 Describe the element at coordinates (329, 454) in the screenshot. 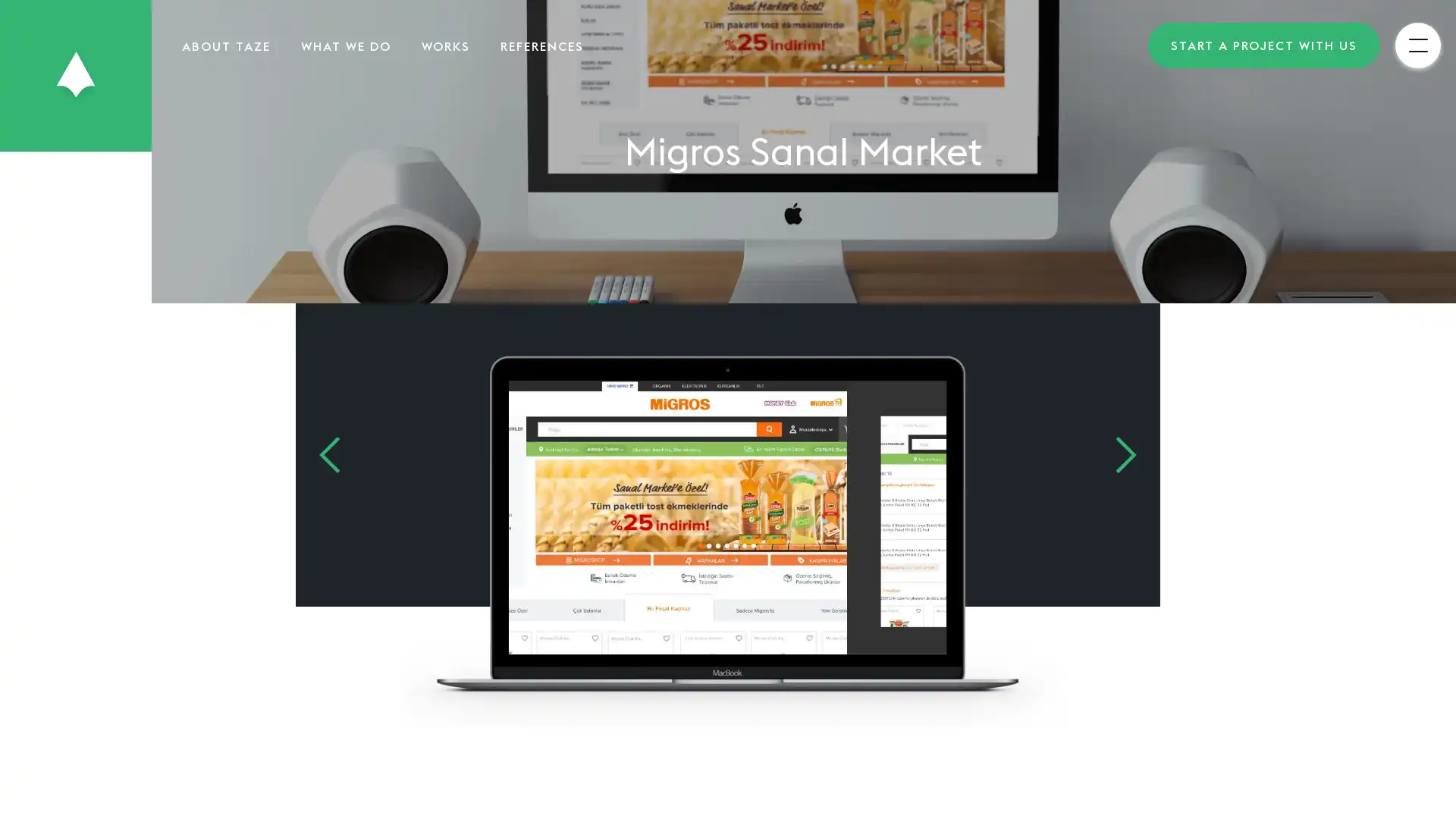

I see `Previous` at that location.